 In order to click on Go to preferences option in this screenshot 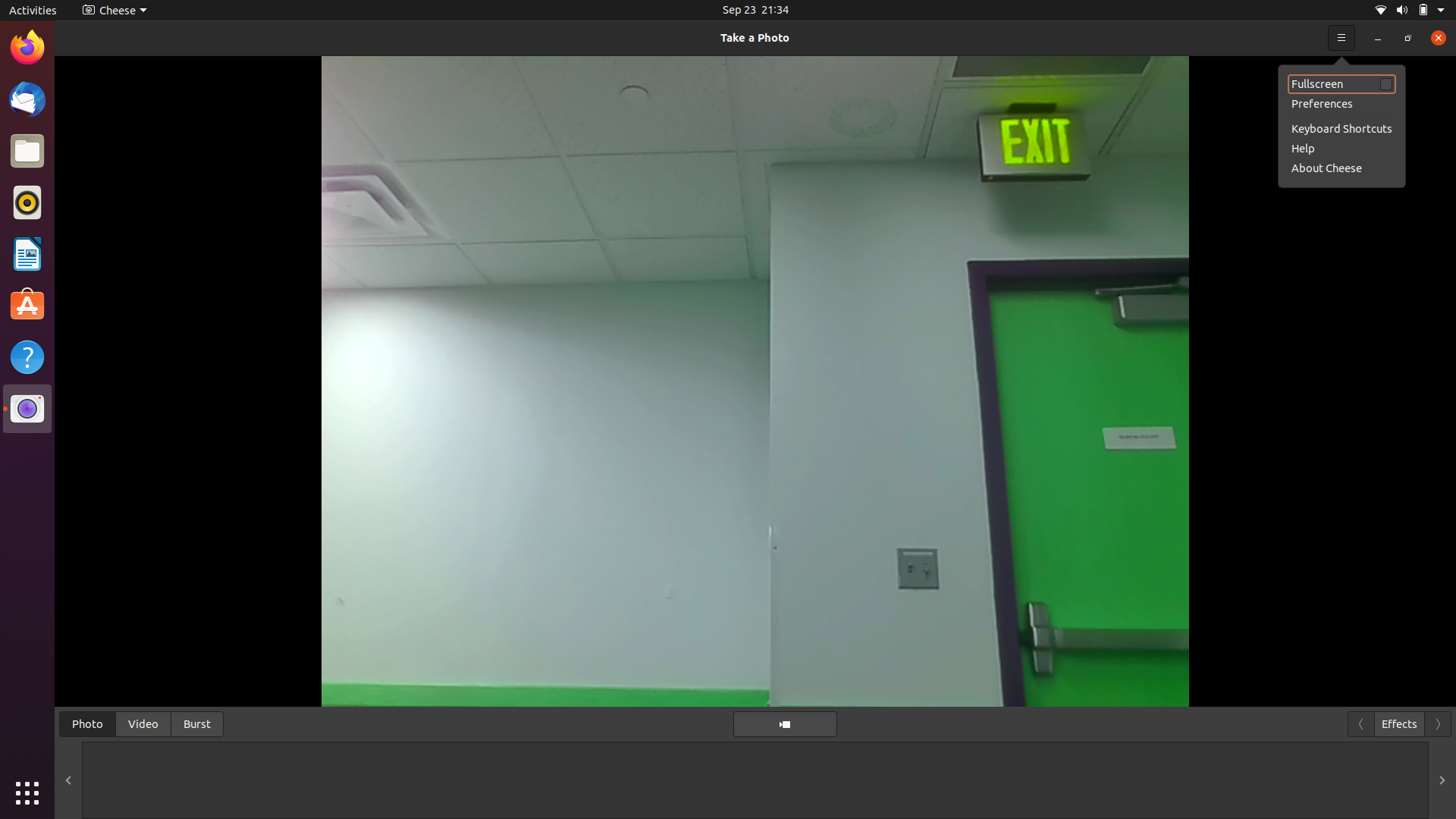, I will do `click(1341, 103)`.